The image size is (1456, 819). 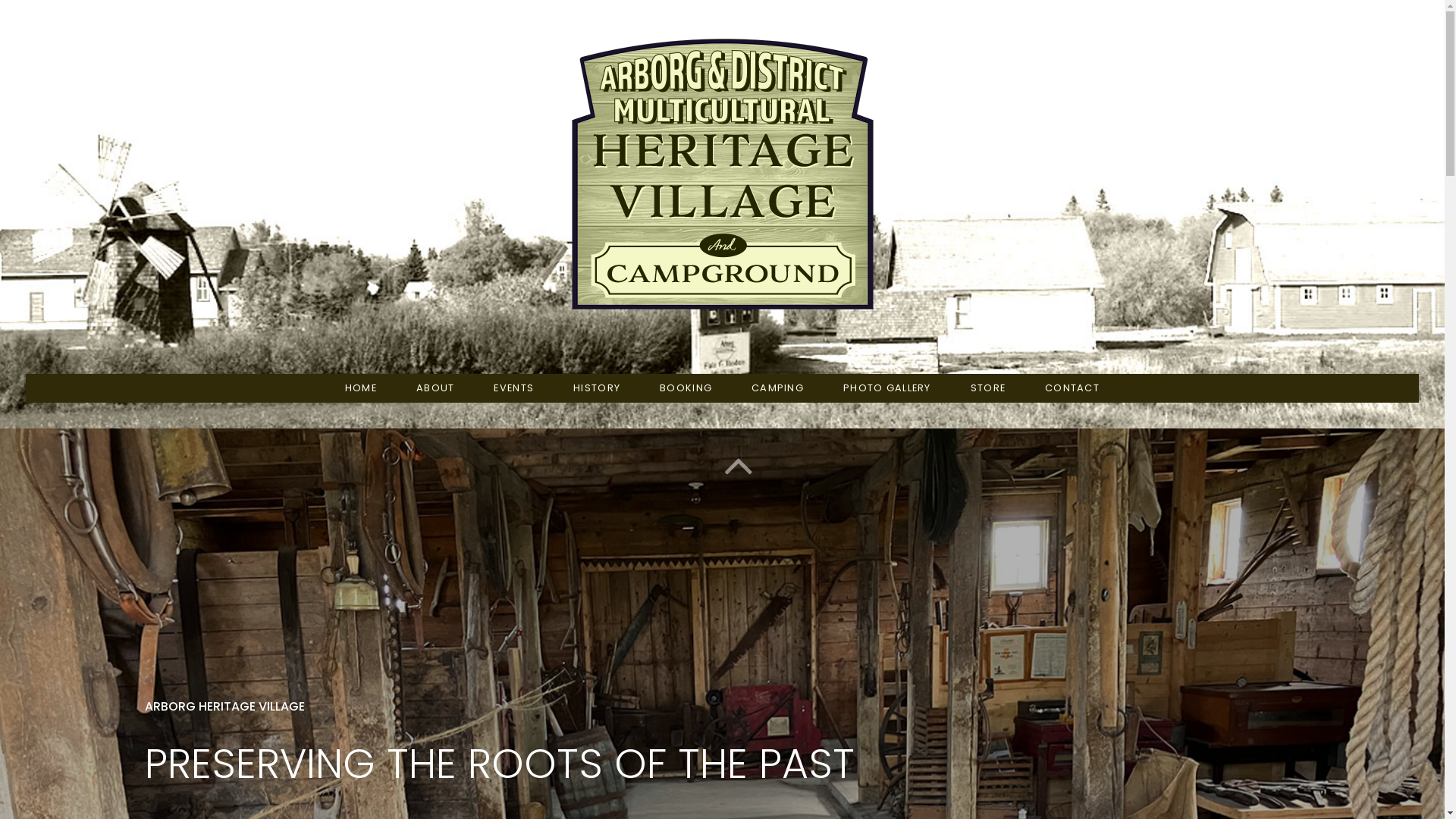 What do you see at coordinates (987, 388) in the screenshot?
I see `'STORE'` at bounding box center [987, 388].